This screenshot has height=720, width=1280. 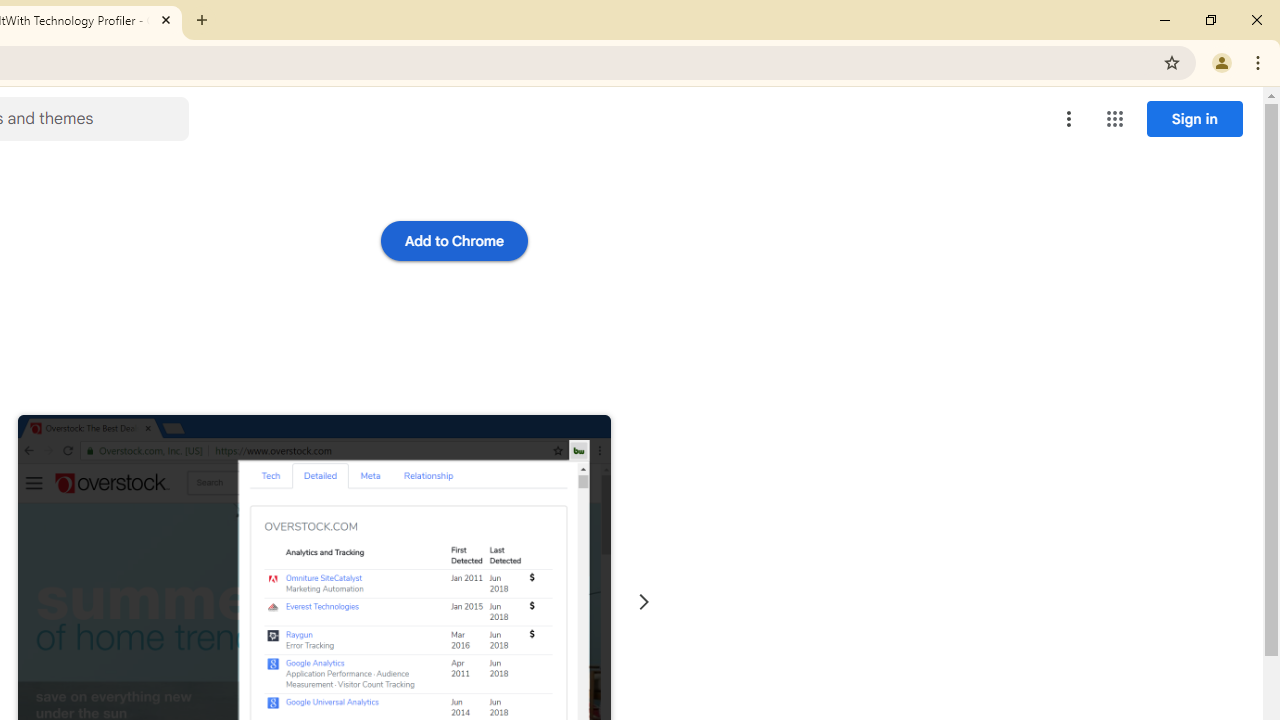 What do you see at coordinates (452, 239) in the screenshot?
I see `'Add to Chrome'` at bounding box center [452, 239].